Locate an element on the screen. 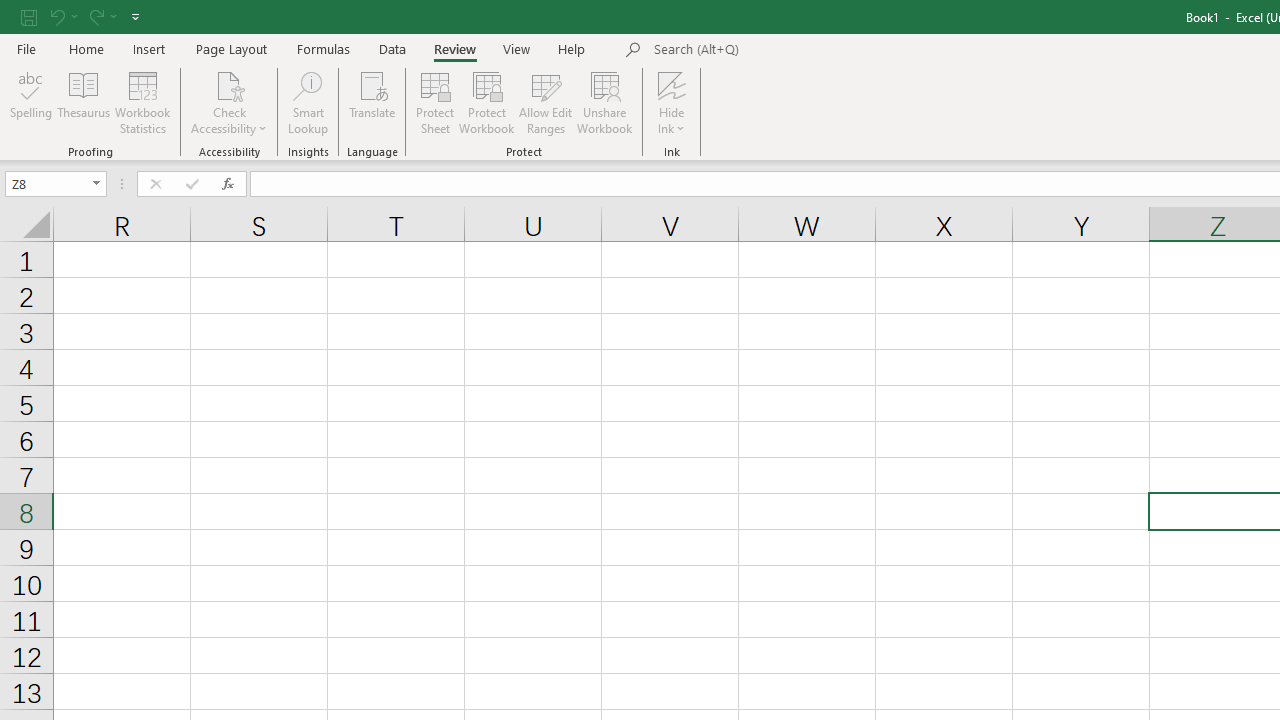 This screenshot has height=720, width=1280. 'Spelling...' is located at coordinates (31, 103).